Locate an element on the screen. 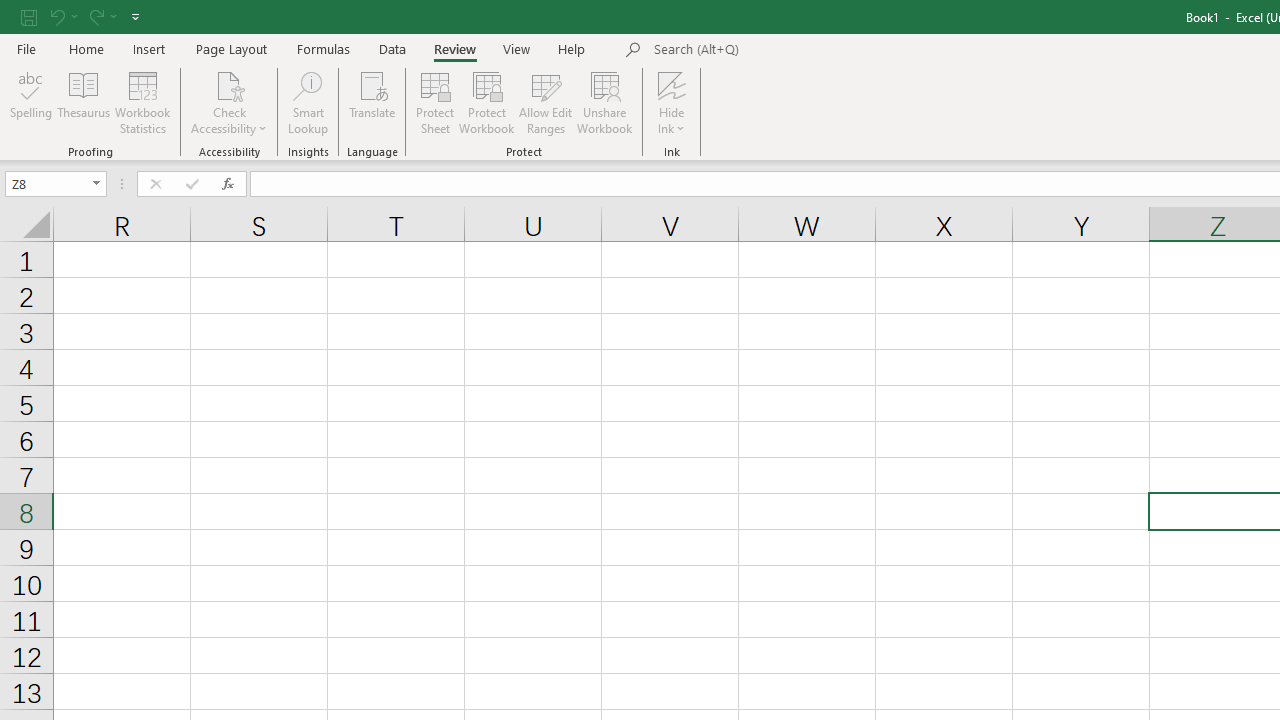 This screenshot has height=720, width=1280. 'Spelling...' is located at coordinates (31, 103).